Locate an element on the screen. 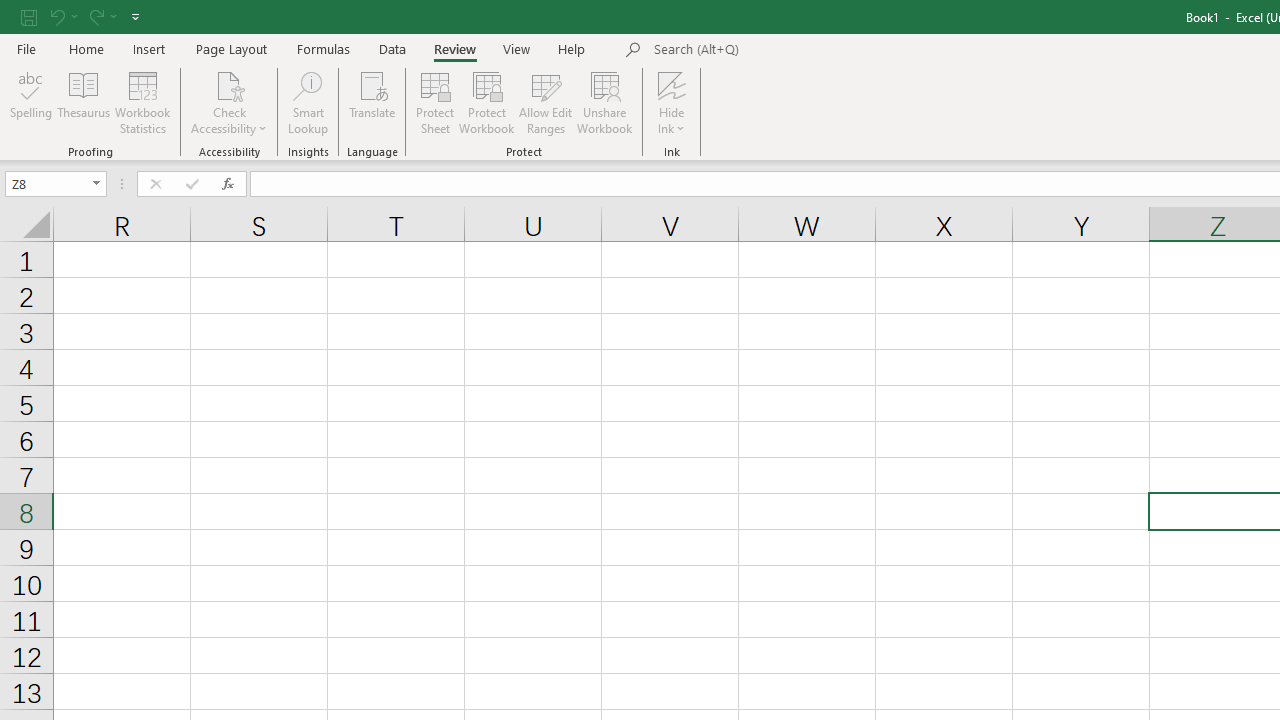 This screenshot has height=720, width=1280. 'Spelling...' is located at coordinates (31, 103).